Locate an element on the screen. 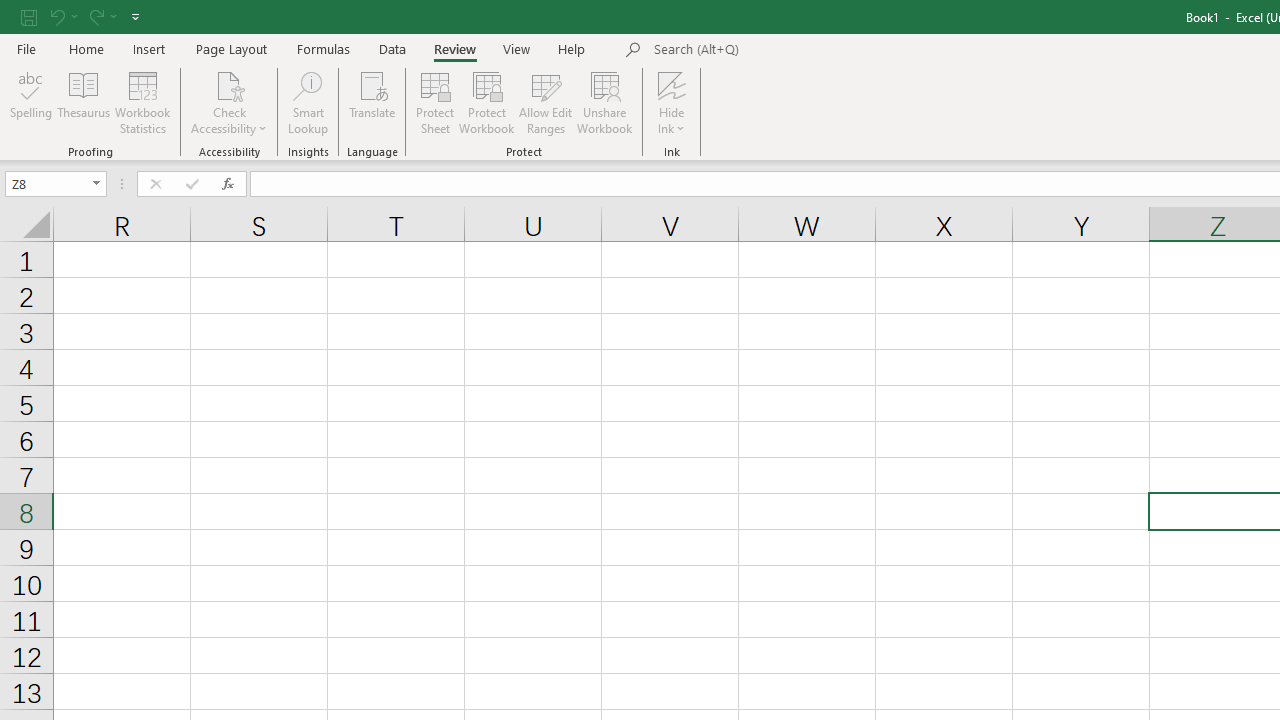 This screenshot has height=720, width=1280. 'Spelling...' is located at coordinates (31, 103).